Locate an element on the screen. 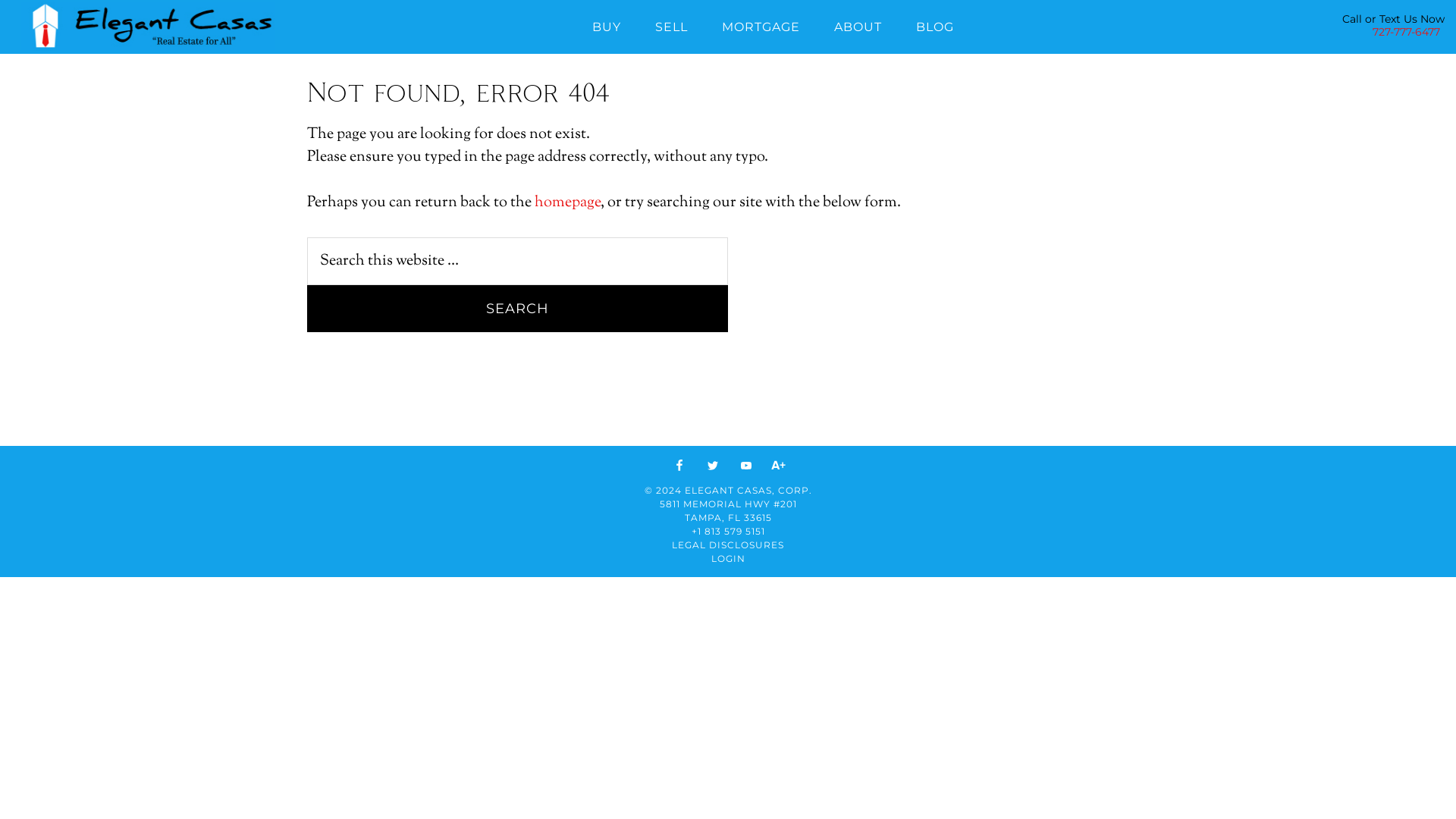  'BLOG' is located at coordinates (934, 24).